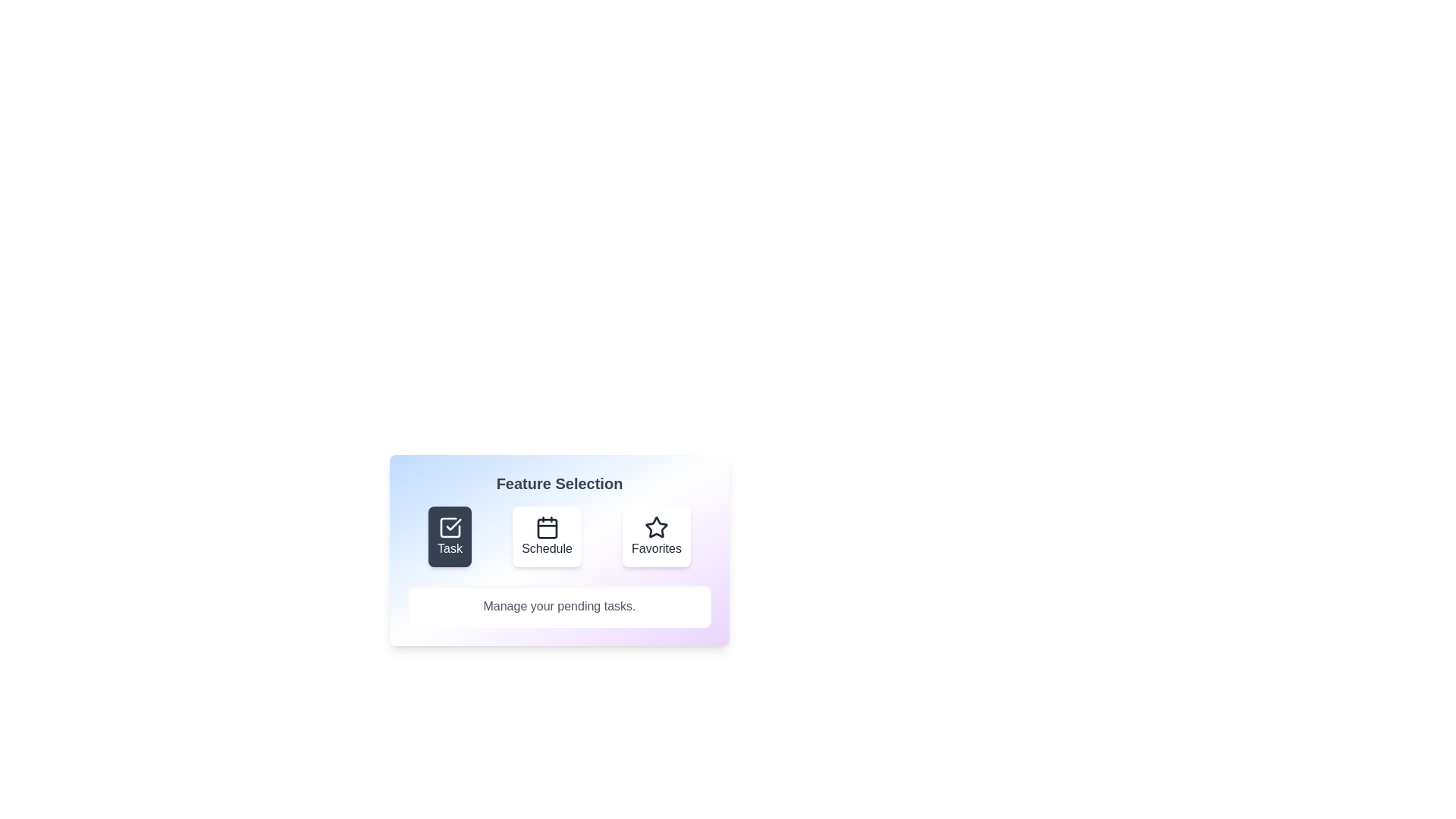 This screenshot has height=819, width=1456. I want to click on the feature Schedule by clicking the corresponding button, so click(546, 536).